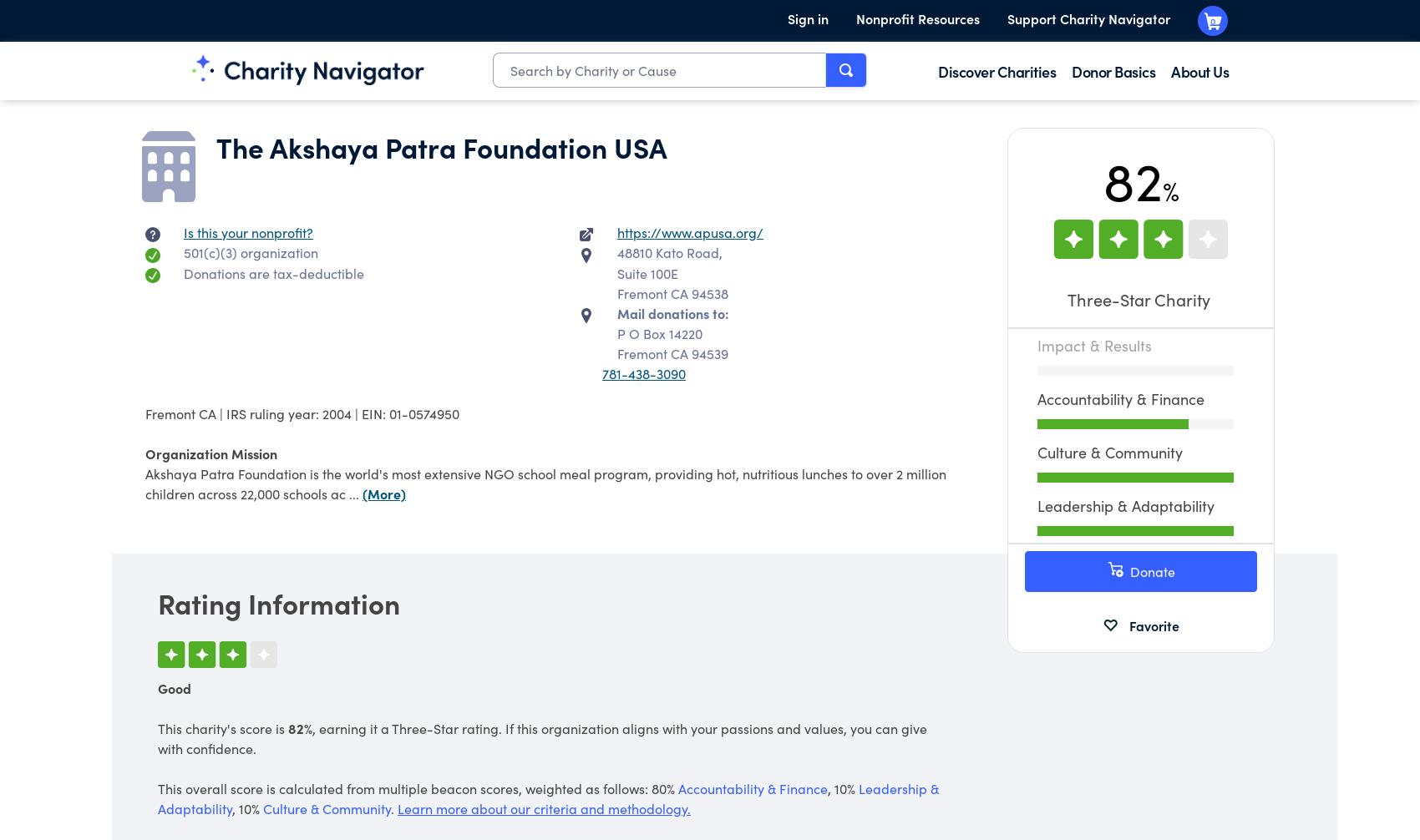 This screenshot has height=840, width=1420. What do you see at coordinates (672, 311) in the screenshot?
I see `'Mail donations to:'` at bounding box center [672, 311].